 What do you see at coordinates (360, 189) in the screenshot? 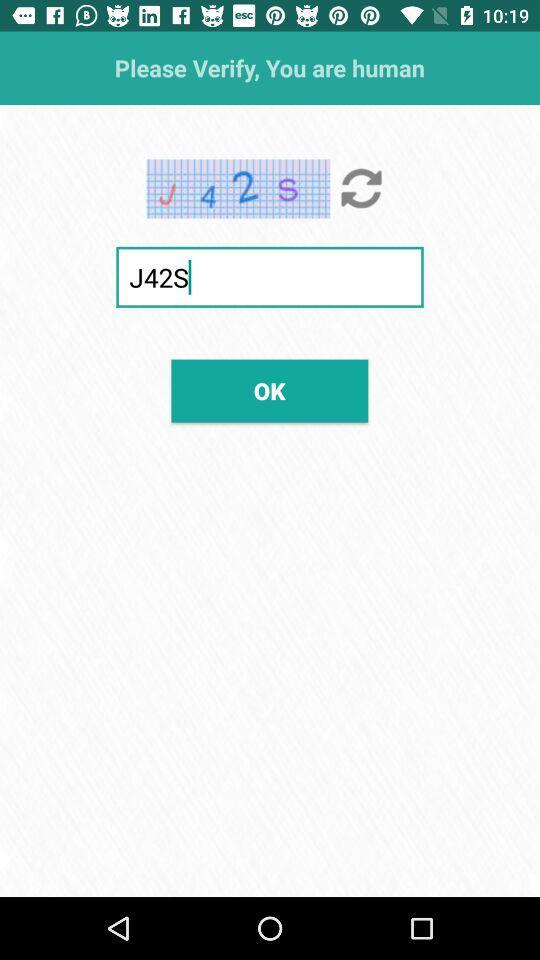
I see `icon below the please verify you item` at bounding box center [360, 189].